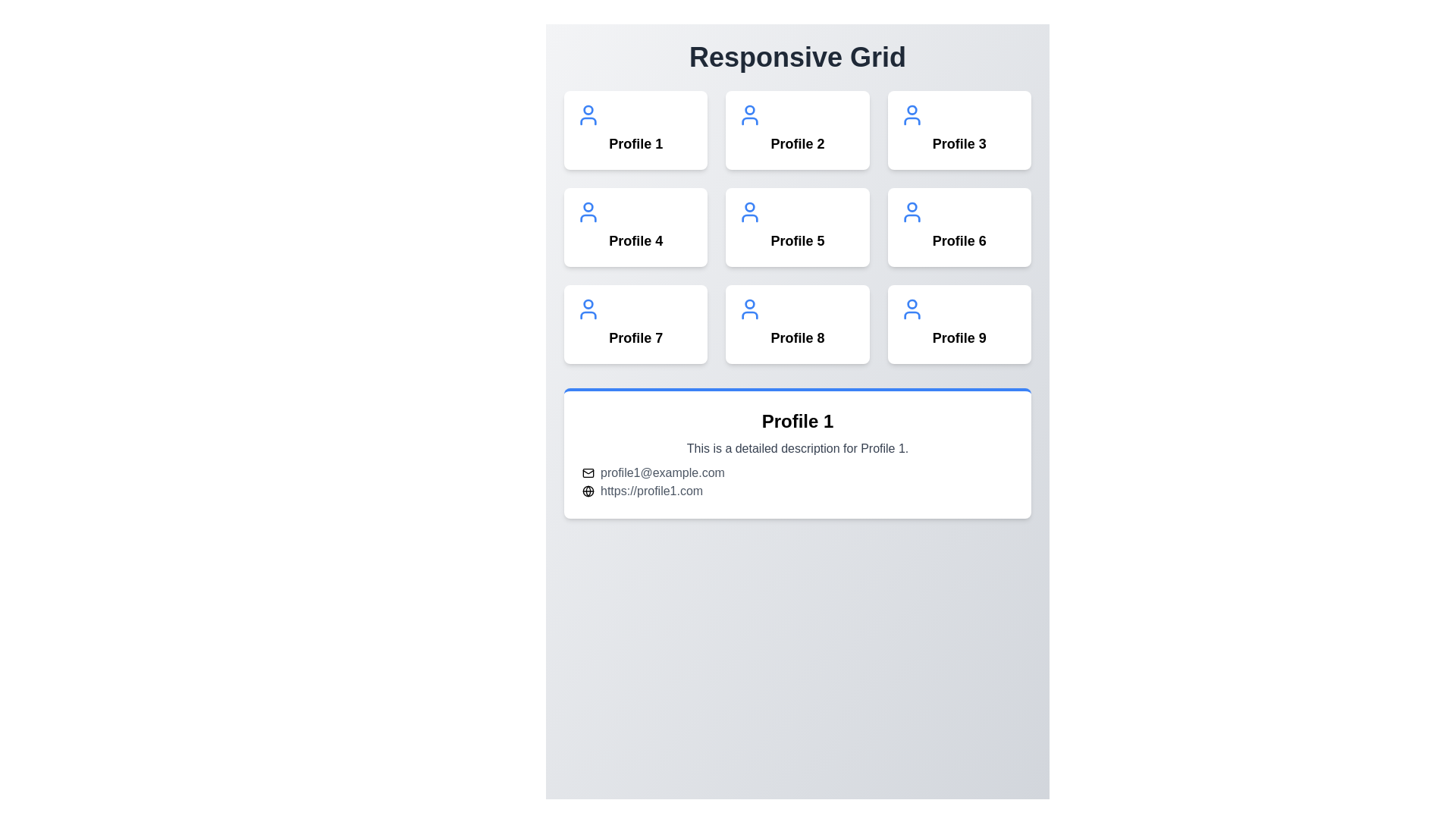 The image size is (1456, 819). Describe the element at coordinates (959, 130) in the screenshot. I see `the profile card labeled 'Profile 3' located in the top row, third column of the grid` at that location.